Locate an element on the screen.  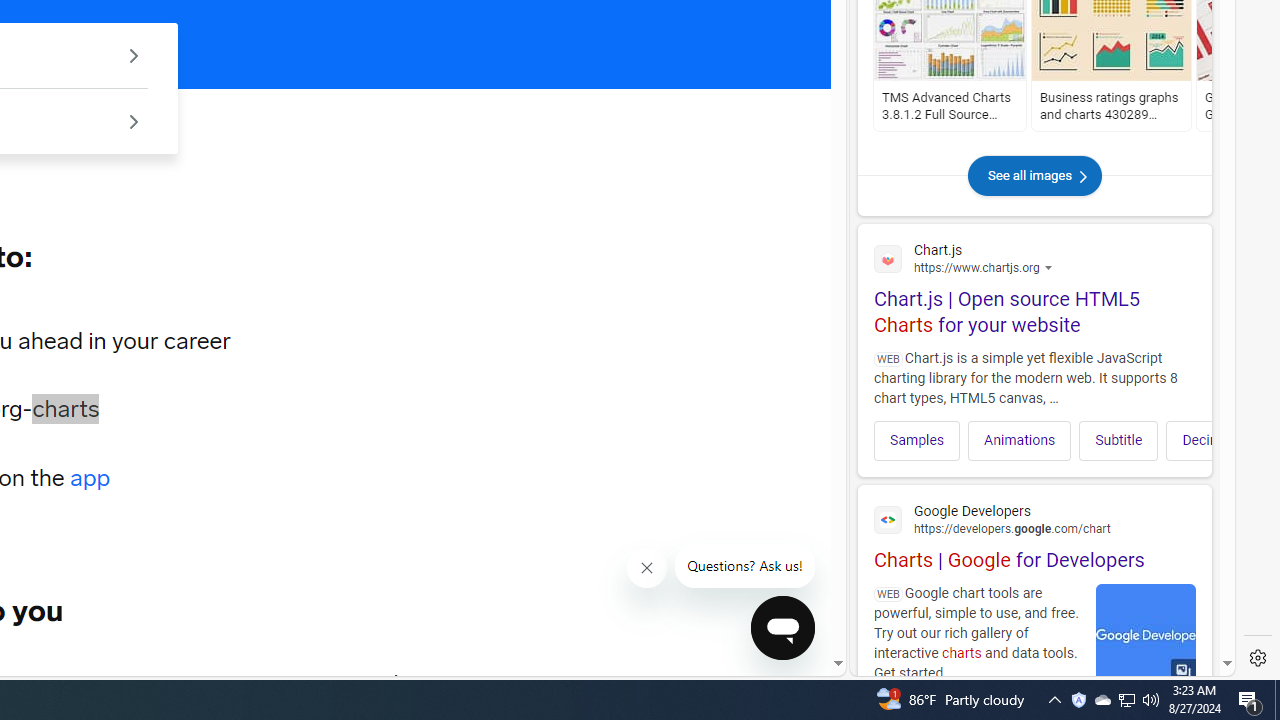
'See group offers' is located at coordinates (132, 121).